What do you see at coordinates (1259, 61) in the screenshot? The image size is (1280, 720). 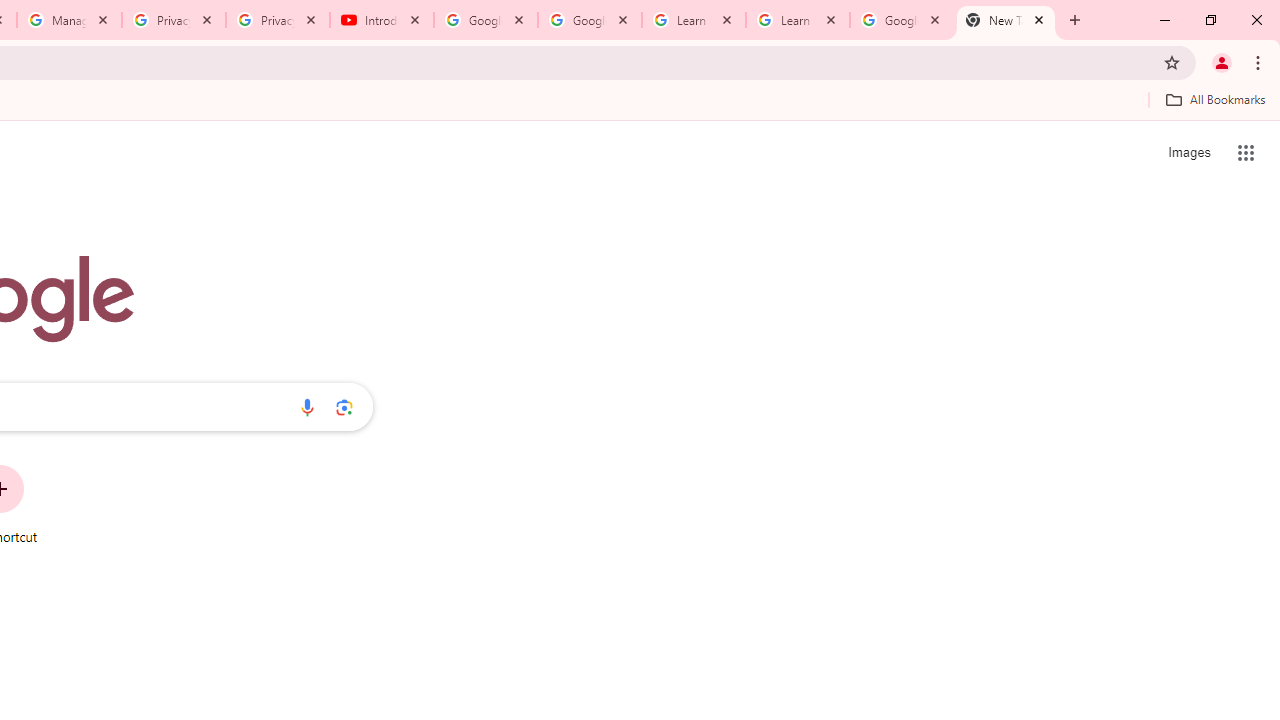 I see `'Chrome'` at bounding box center [1259, 61].